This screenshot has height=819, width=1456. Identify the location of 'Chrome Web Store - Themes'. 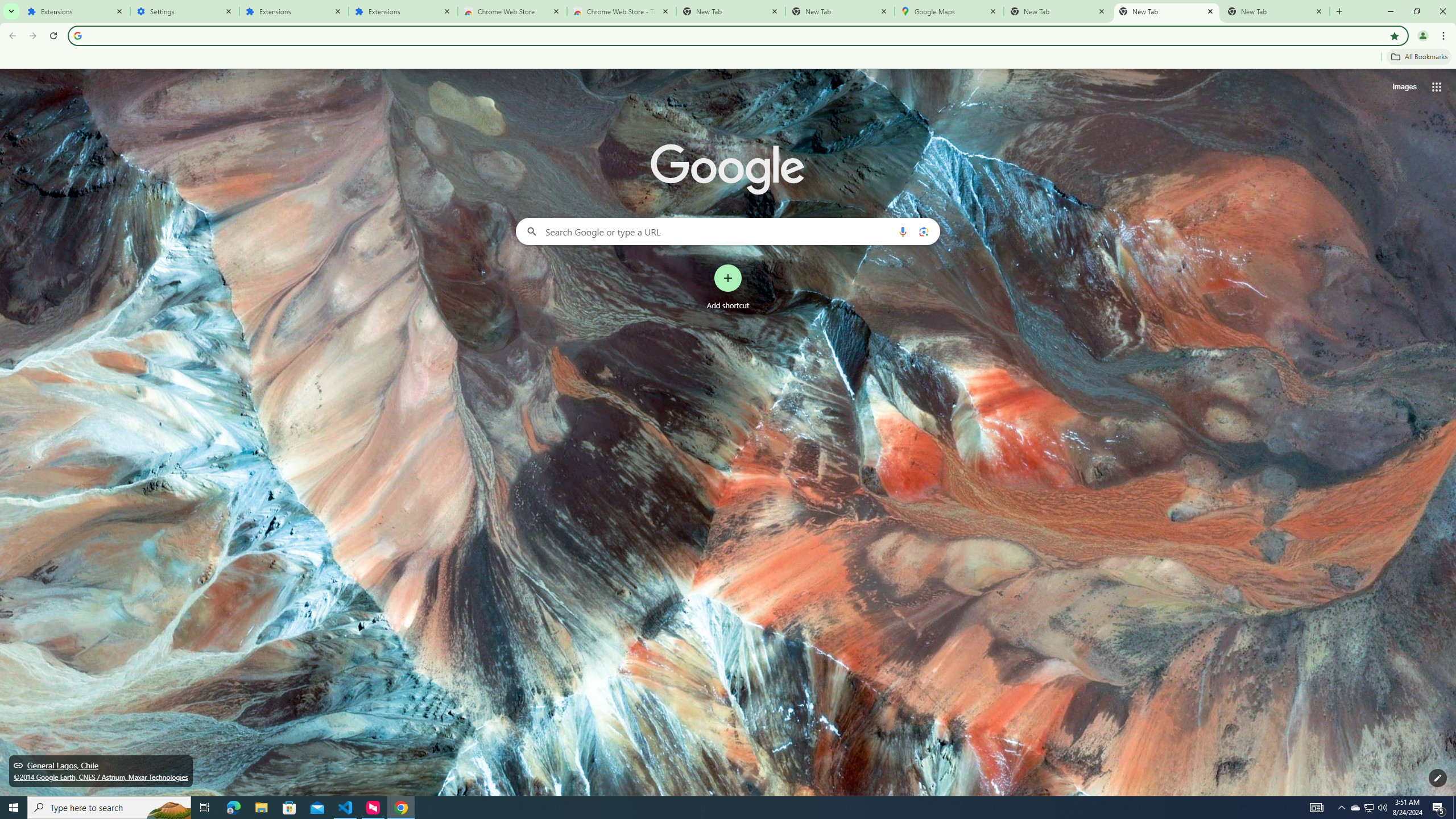
(621, 11).